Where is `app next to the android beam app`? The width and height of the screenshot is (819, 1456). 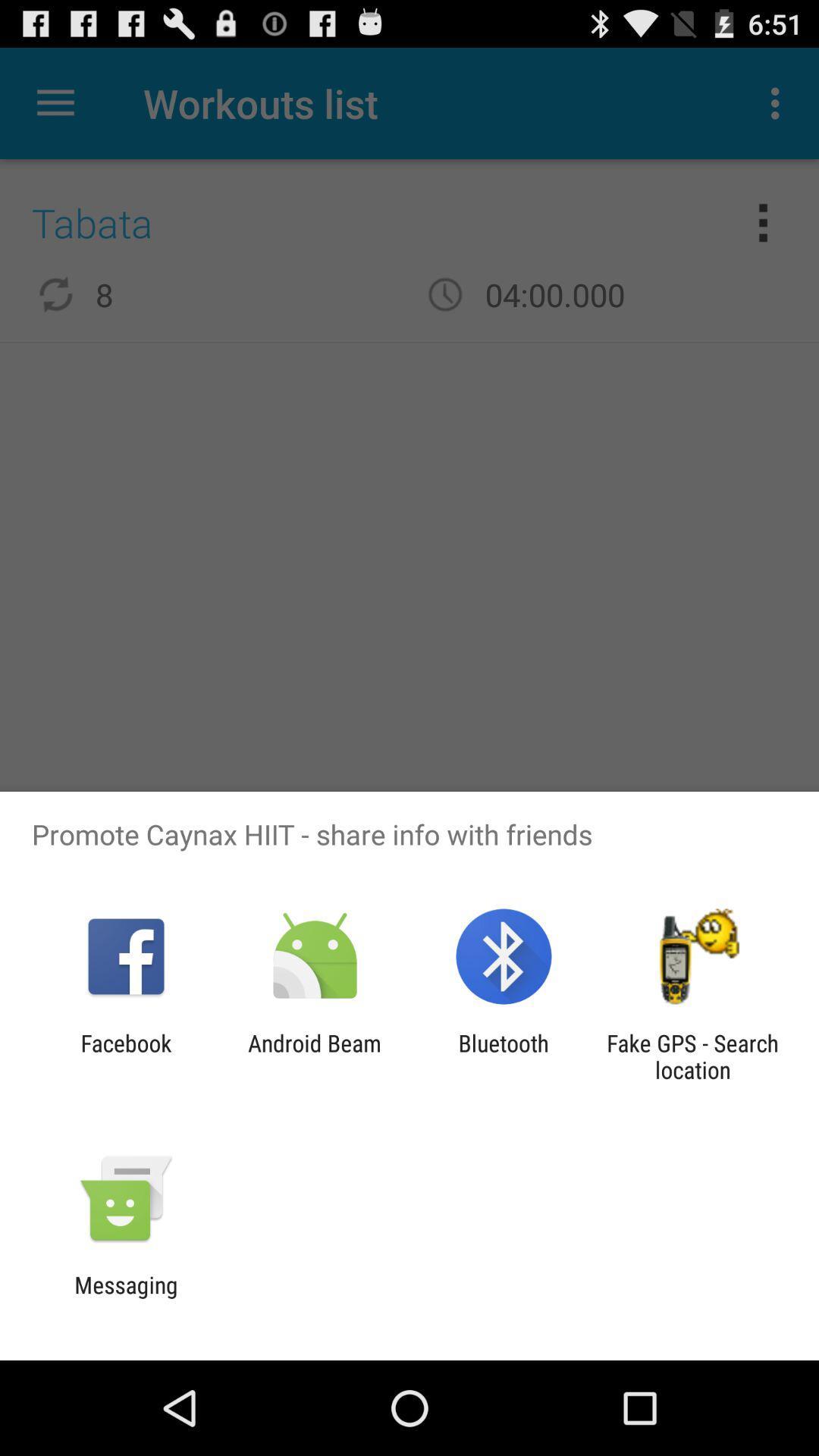 app next to the android beam app is located at coordinates (504, 1056).